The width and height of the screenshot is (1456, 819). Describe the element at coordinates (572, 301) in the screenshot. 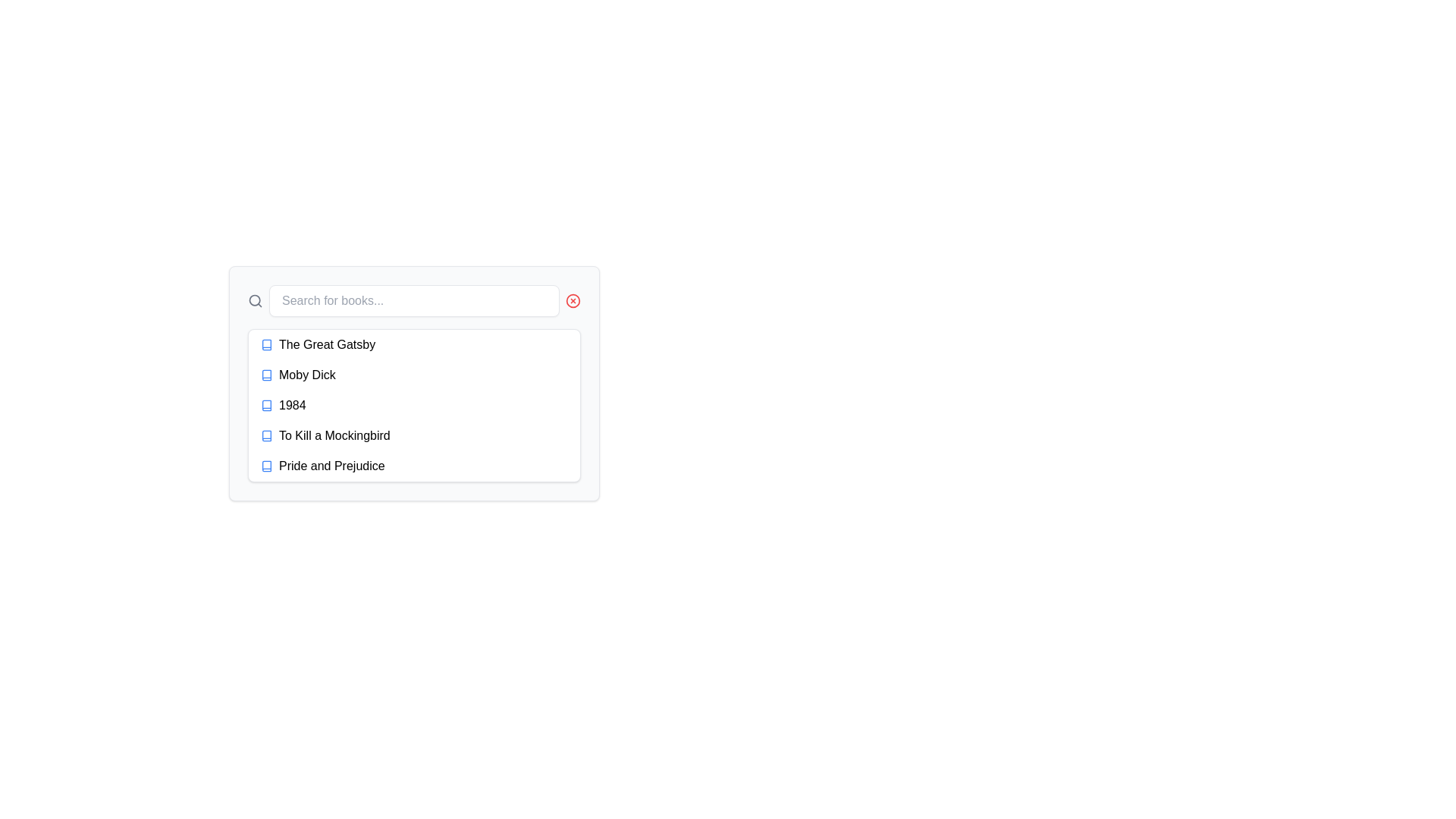

I see `the circular element representing the 'close' icon located at the upper-right corner of the search bar` at that location.